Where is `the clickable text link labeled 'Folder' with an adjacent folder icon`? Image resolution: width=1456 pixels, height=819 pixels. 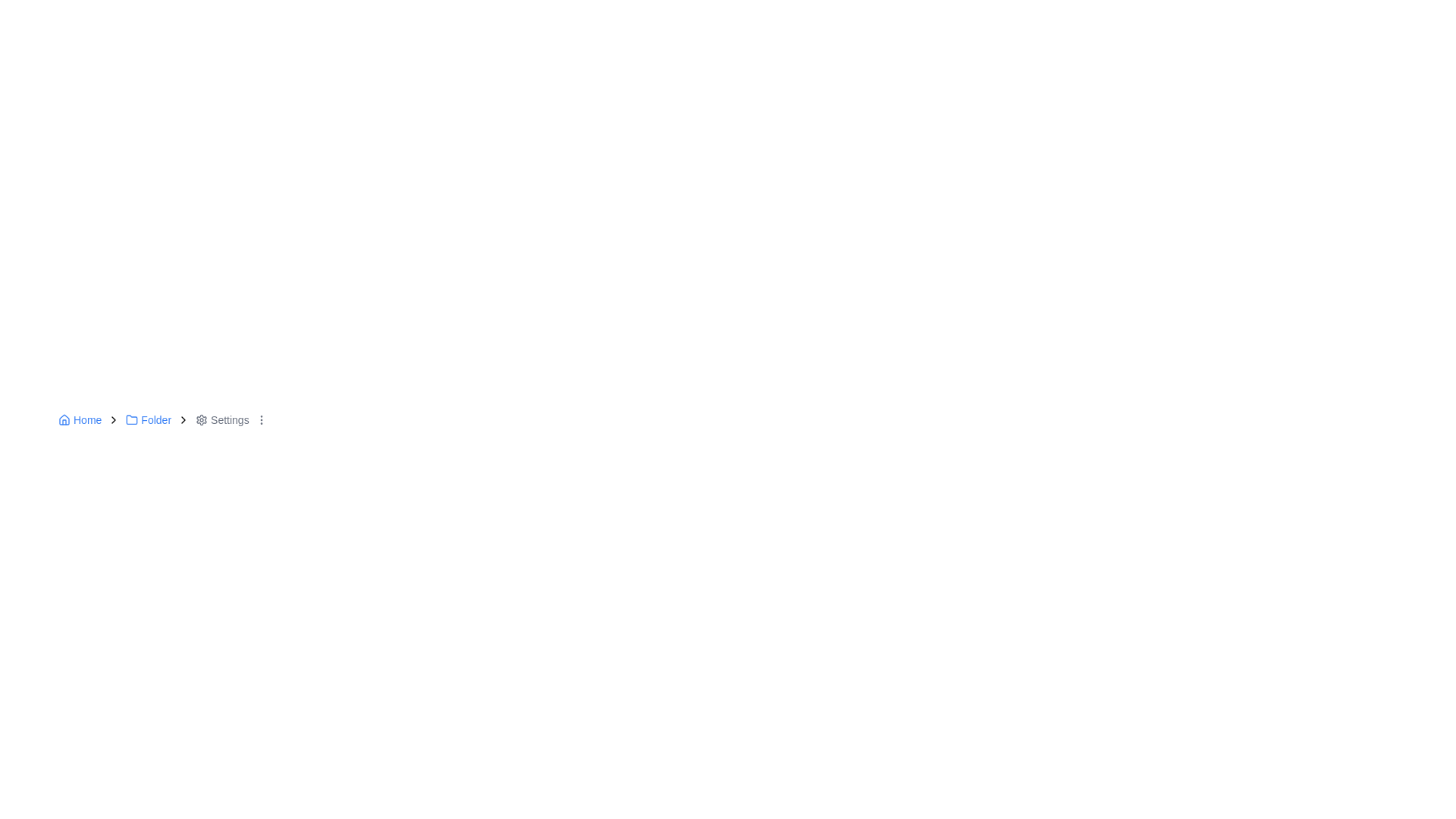 the clickable text link labeled 'Folder' with an adjacent folder icon is located at coordinates (149, 420).